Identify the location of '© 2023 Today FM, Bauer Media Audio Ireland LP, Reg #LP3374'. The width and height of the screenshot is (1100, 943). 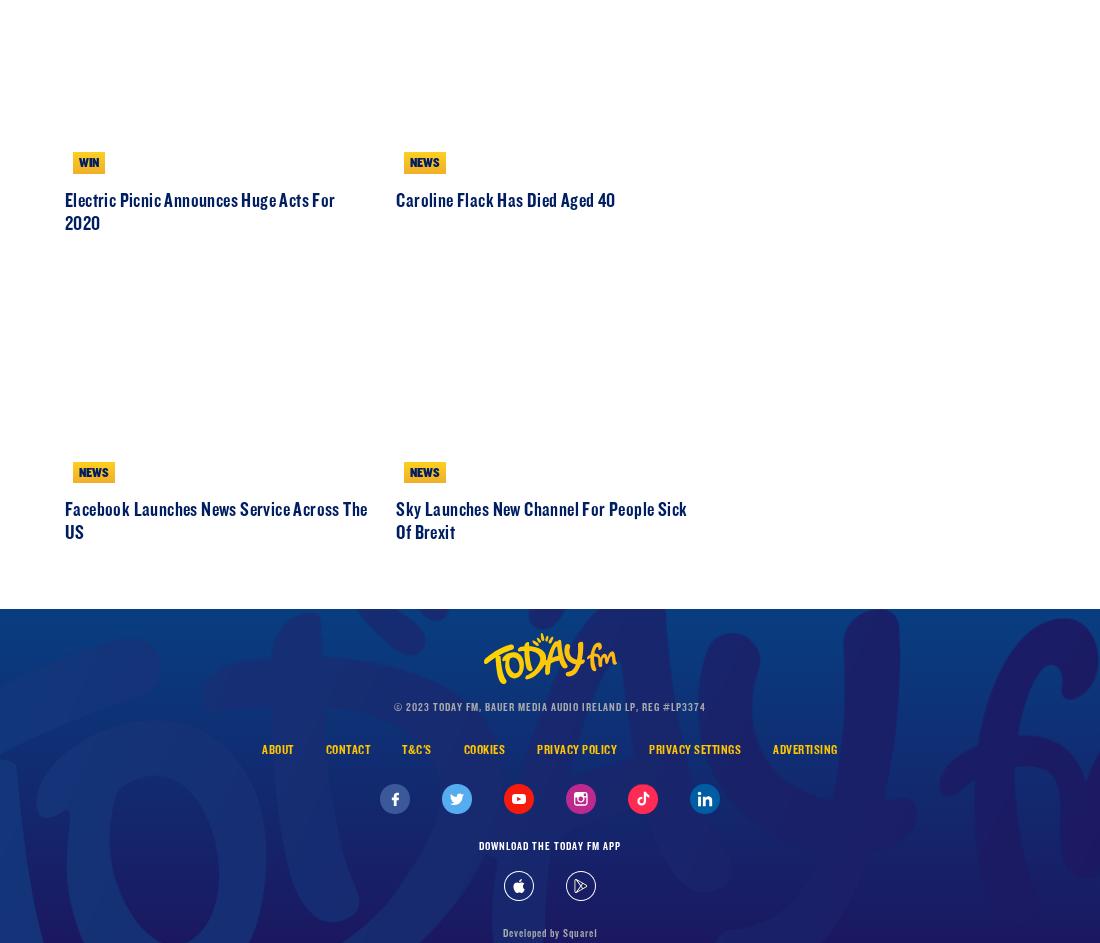
(550, 789).